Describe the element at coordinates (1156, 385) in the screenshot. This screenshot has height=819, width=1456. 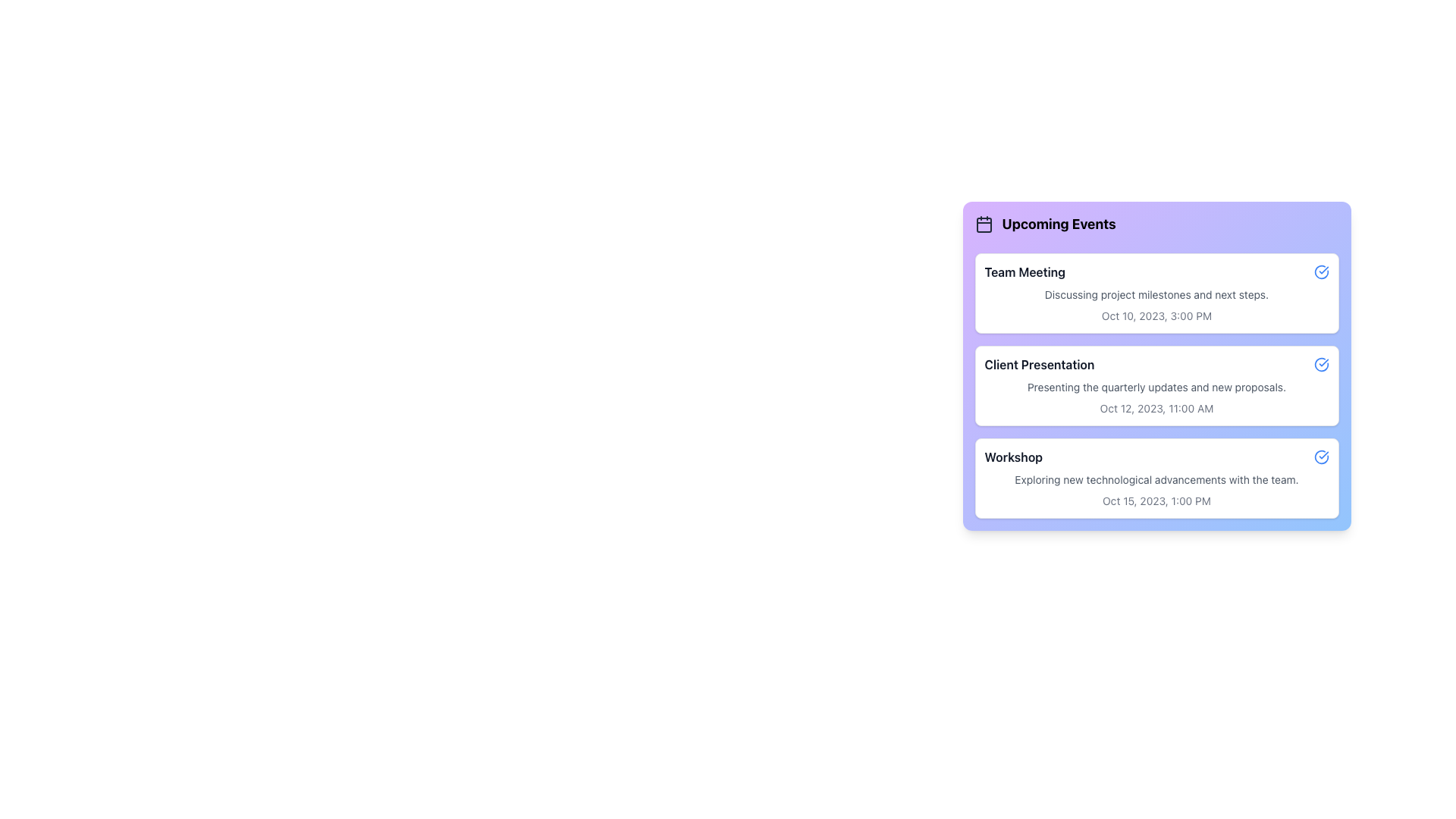
I see `the second list item displaying scheduled events, located between the 'Team Meeting' and 'Workshop' cards` at that location.